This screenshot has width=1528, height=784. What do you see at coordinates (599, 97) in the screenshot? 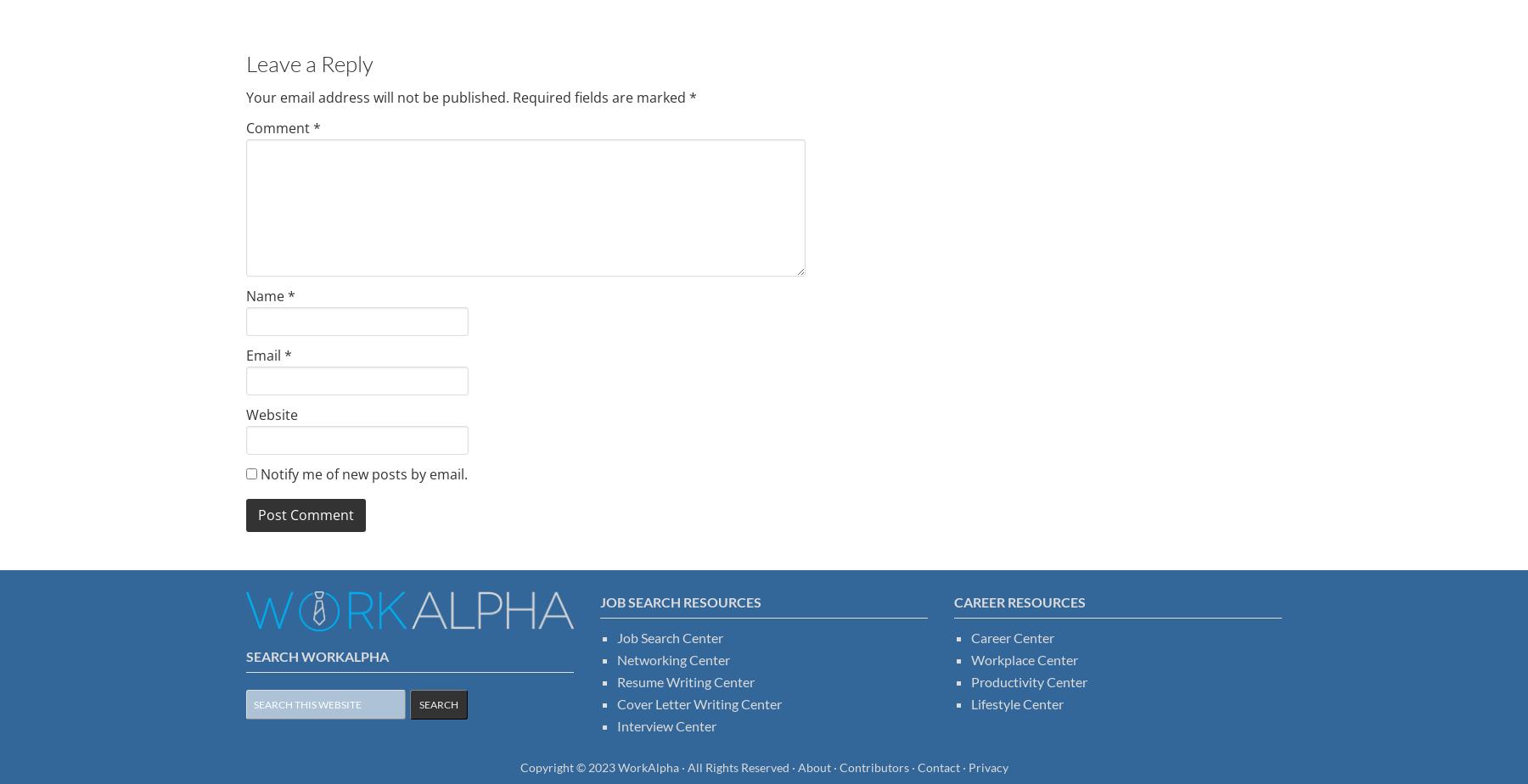
I see `'Required fields are marked'` at bounding box center [599, 97].